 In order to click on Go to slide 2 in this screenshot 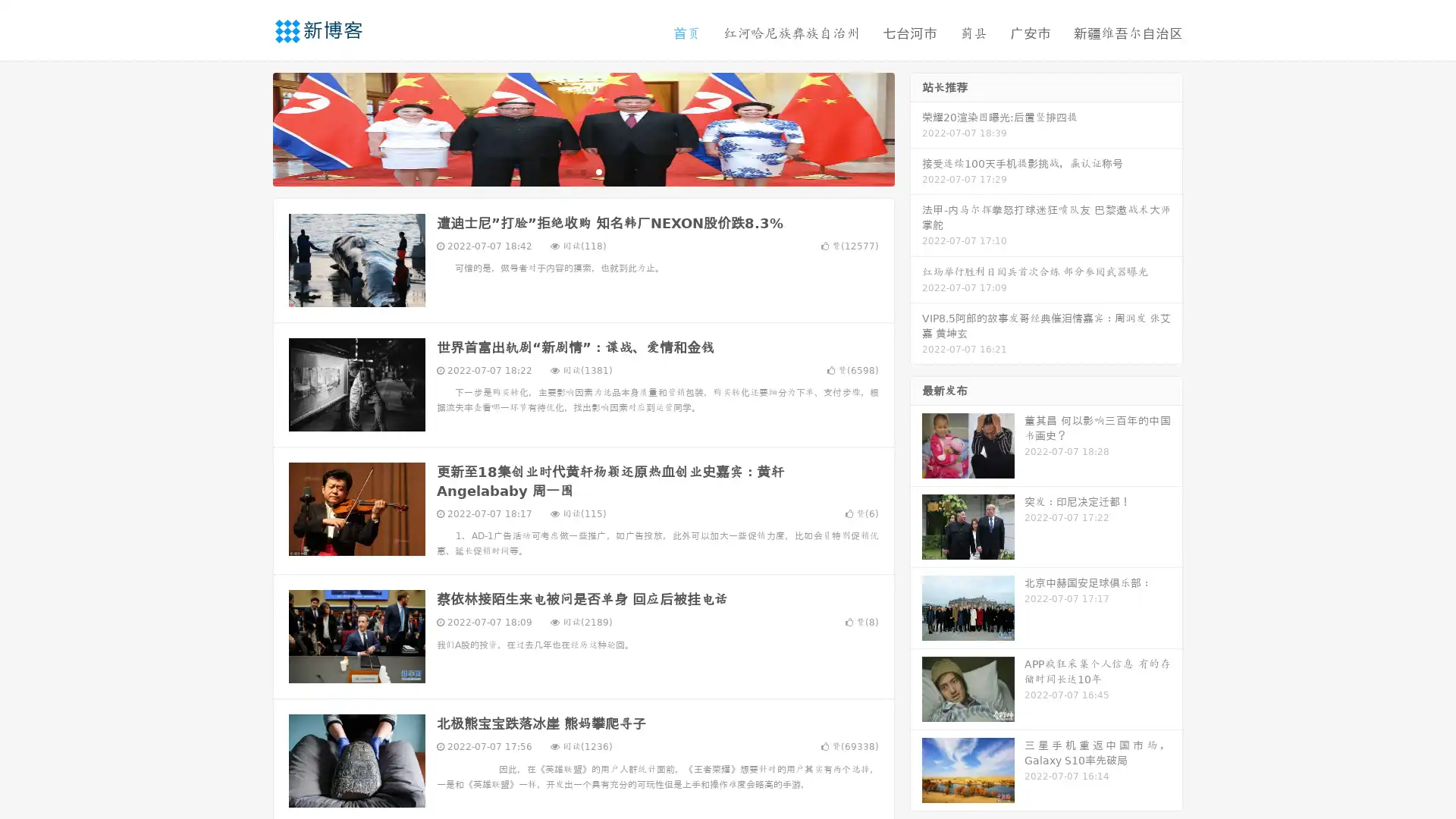, I will do `click(582, 171)`.